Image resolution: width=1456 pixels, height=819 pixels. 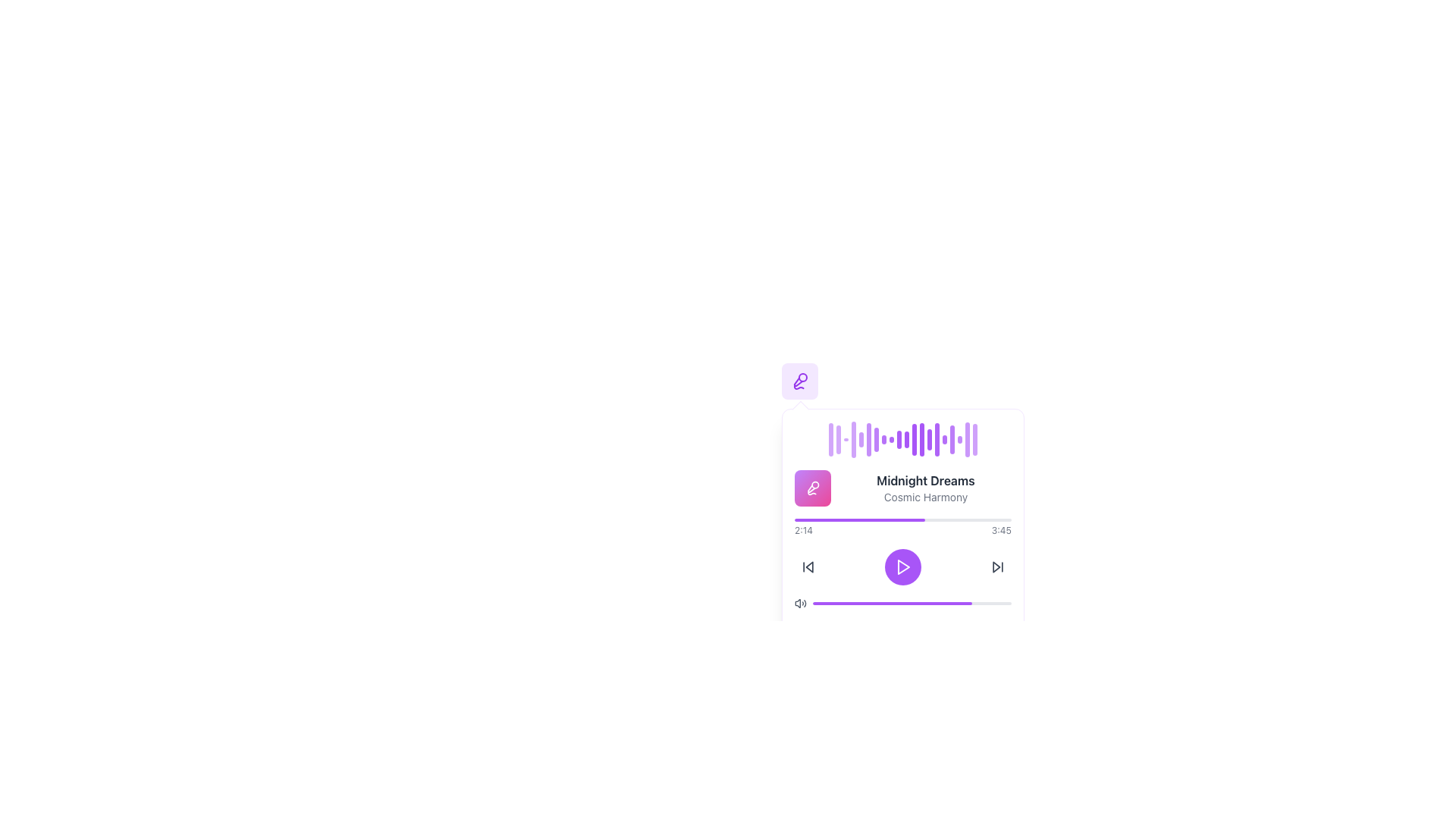 What do you see at coordinates (830, 439) in the screenshot?
I see `the first animated purple bar with rounded ends that is part of a series of pulsating bars above the music playback section` at bounding box center [830, 439].